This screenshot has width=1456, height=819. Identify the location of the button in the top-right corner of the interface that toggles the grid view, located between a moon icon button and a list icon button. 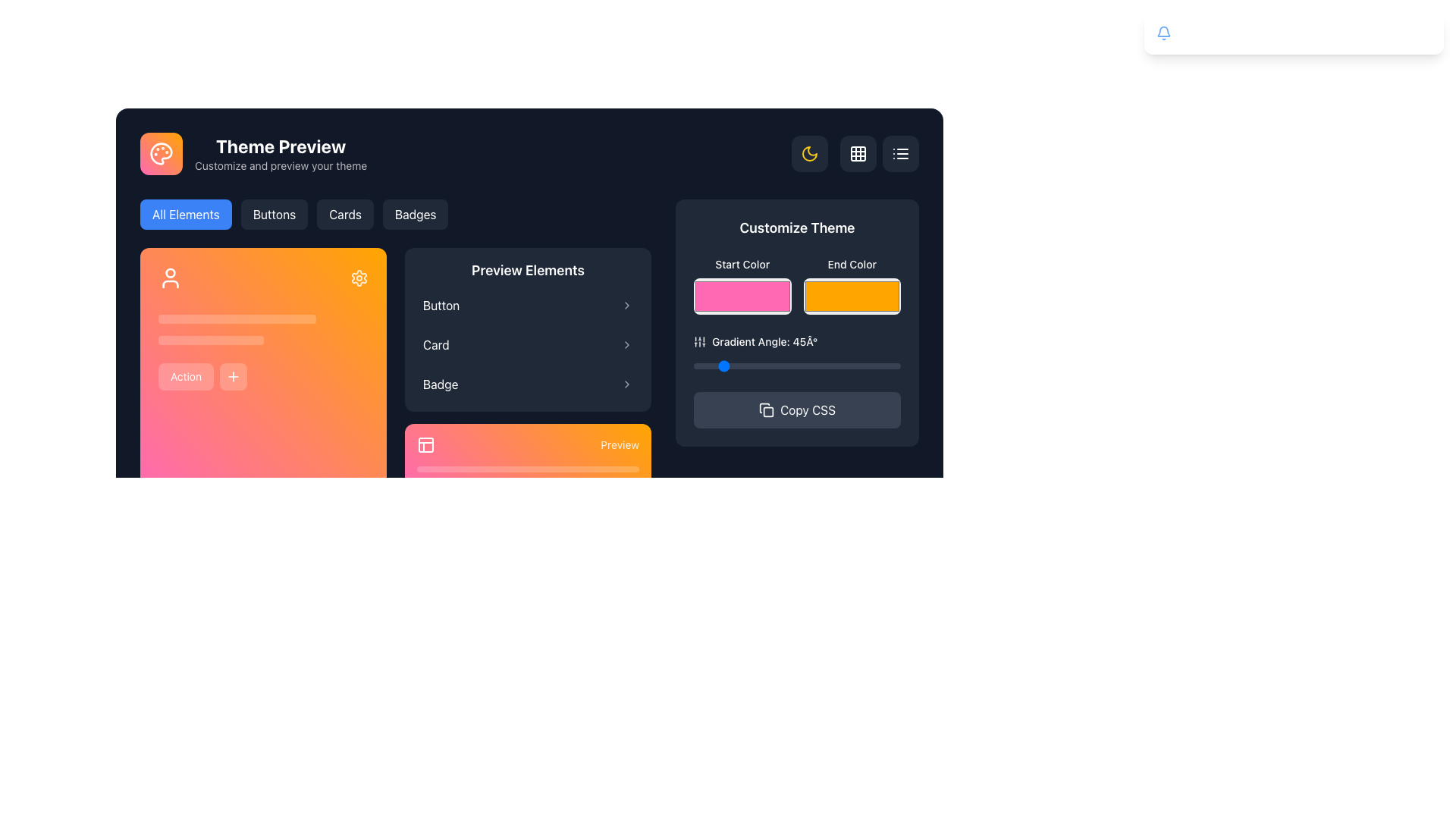
(855, 154).